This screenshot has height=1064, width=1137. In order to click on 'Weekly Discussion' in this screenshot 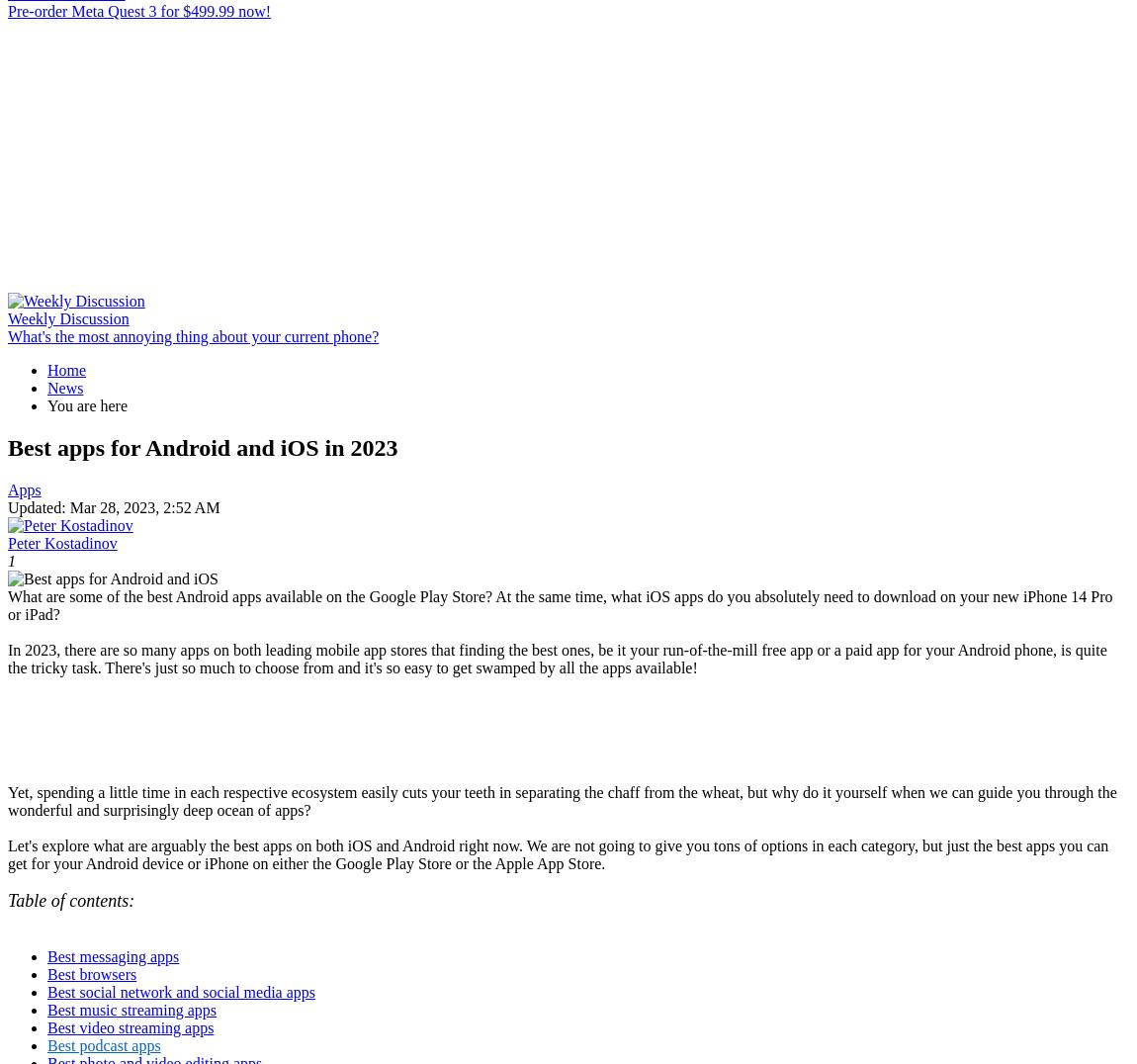, I will do `click(67, 318)`.